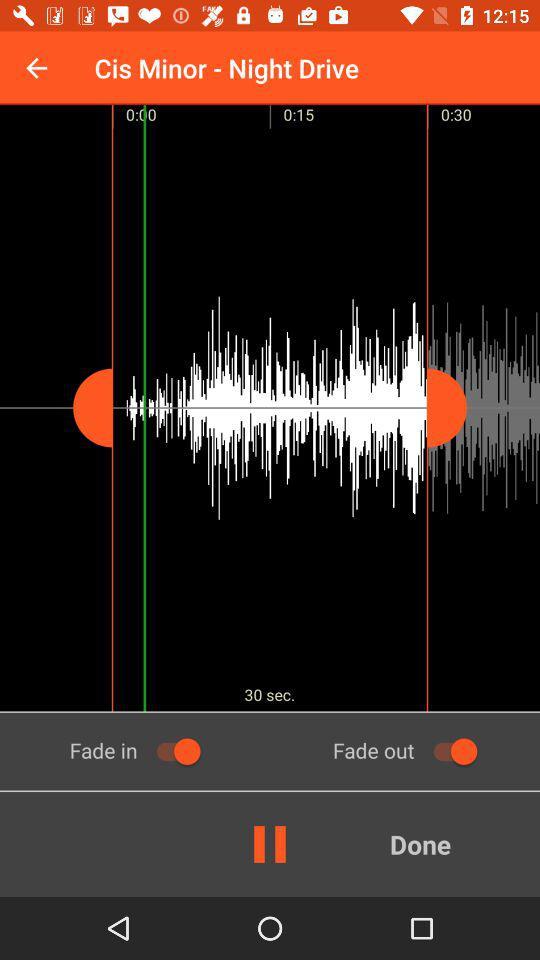  What do you see at coordinates (36, 68) in the screenshot?
I see `the icon to the left of cis minor night` at bounding box center [36, 68].